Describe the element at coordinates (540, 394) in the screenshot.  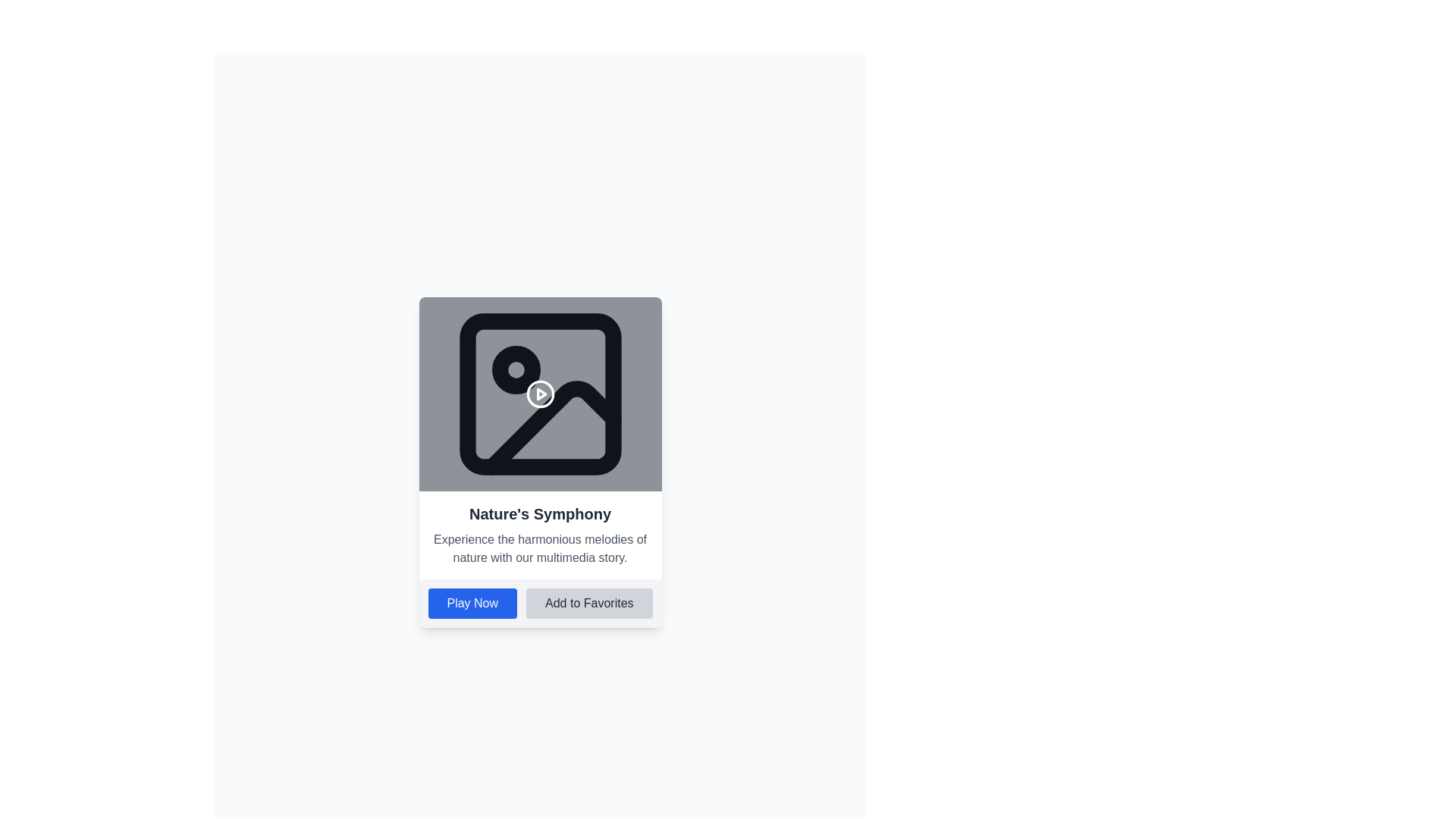
I see `the circular 'play' icon in the multimedia card, which is distinguishable by its dark outline and is located centrally above the 'Play Now' and 'Add to Favorites' buttons` at that location.